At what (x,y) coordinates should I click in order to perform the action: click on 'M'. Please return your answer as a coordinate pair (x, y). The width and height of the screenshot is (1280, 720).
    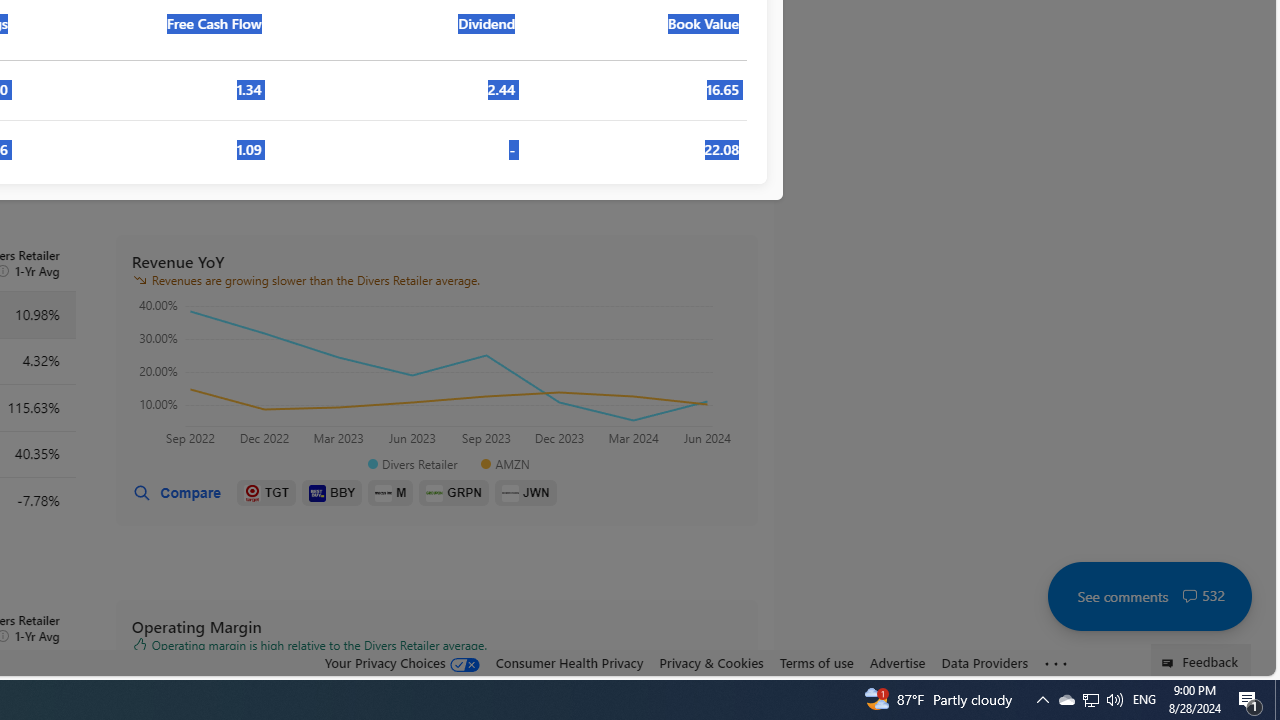
    Looking at the image, I should click on (391, 493).